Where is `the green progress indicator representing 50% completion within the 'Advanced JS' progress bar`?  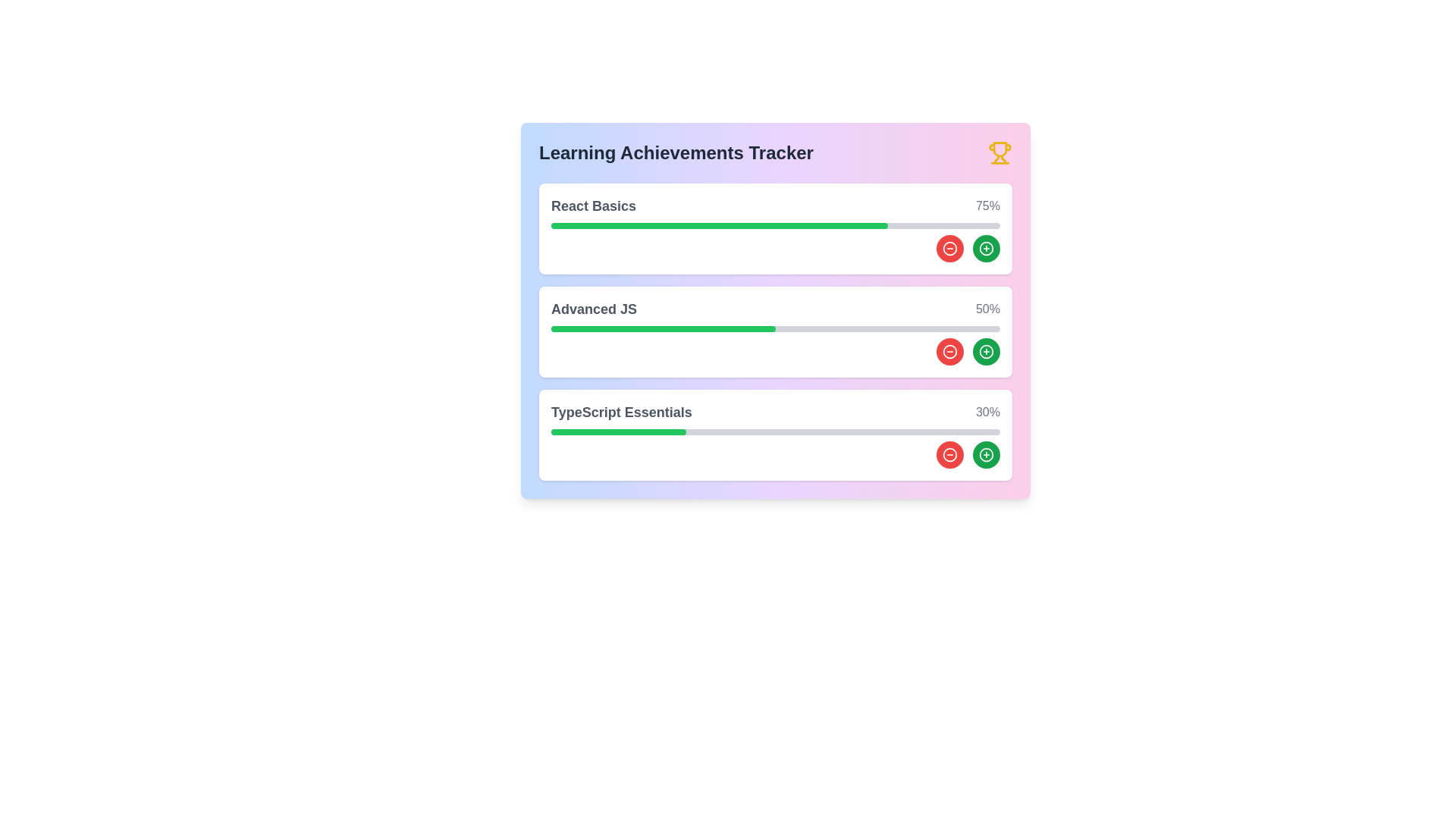
the green progress indicator representing 50% completion within the 'Advanced JS' progress bar is located at coordinates (663, 328).